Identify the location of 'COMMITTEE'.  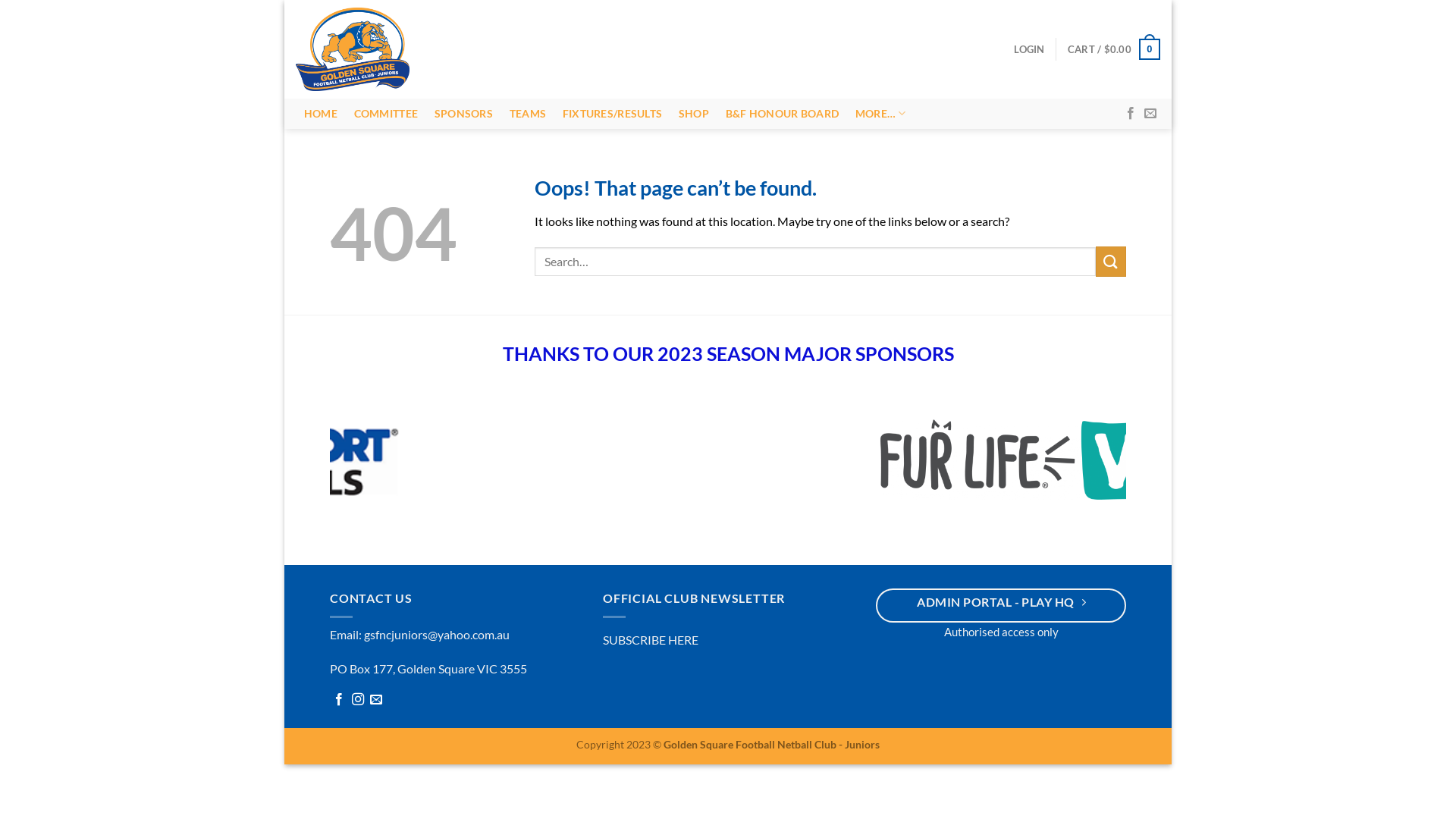
(385, 113).